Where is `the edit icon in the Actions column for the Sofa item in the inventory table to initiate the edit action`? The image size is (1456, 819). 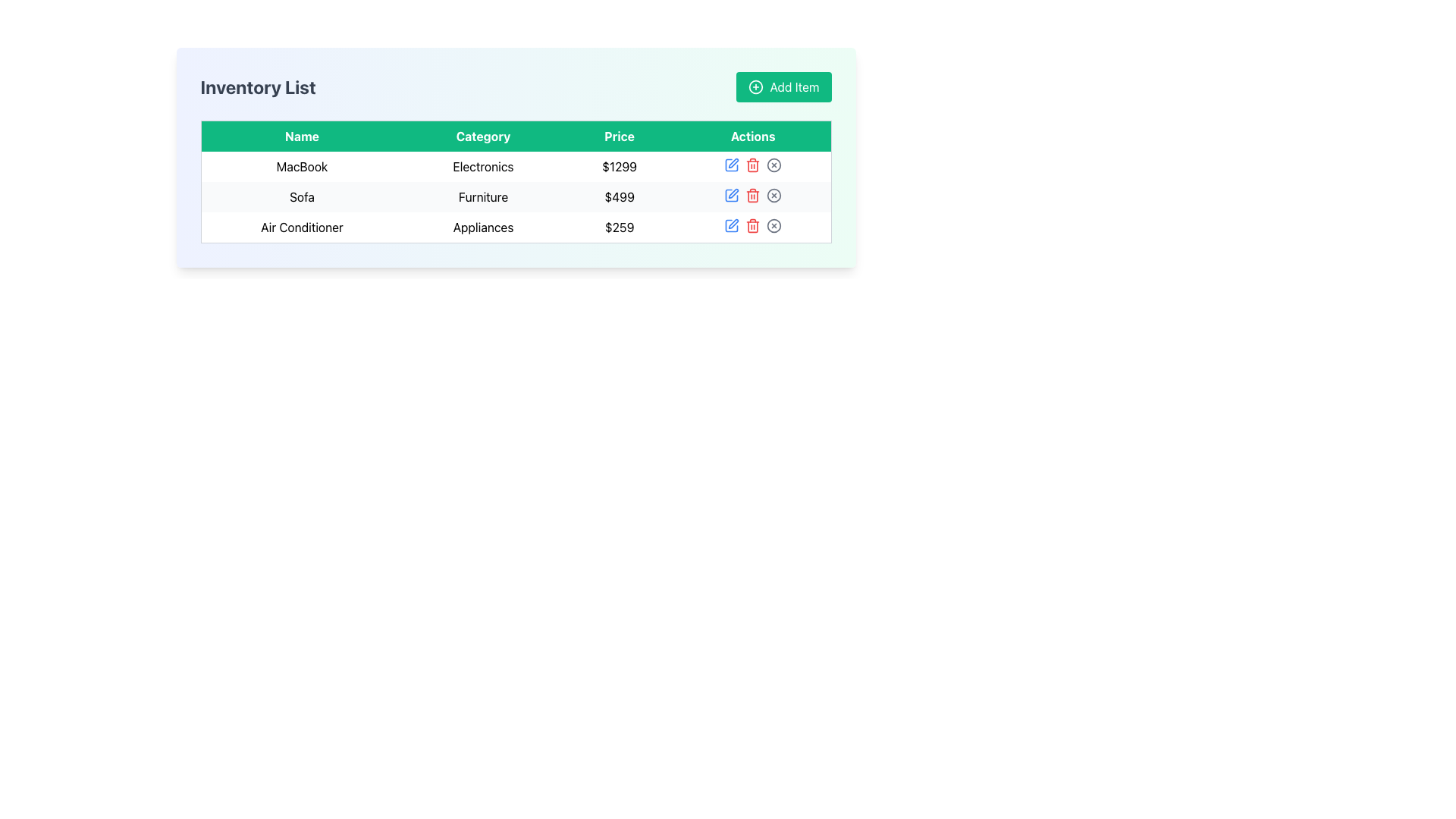
the edit icon in the Actions column for the Sofa item in the inventory table to initiate the edit action is located at coordinates (733, 193).